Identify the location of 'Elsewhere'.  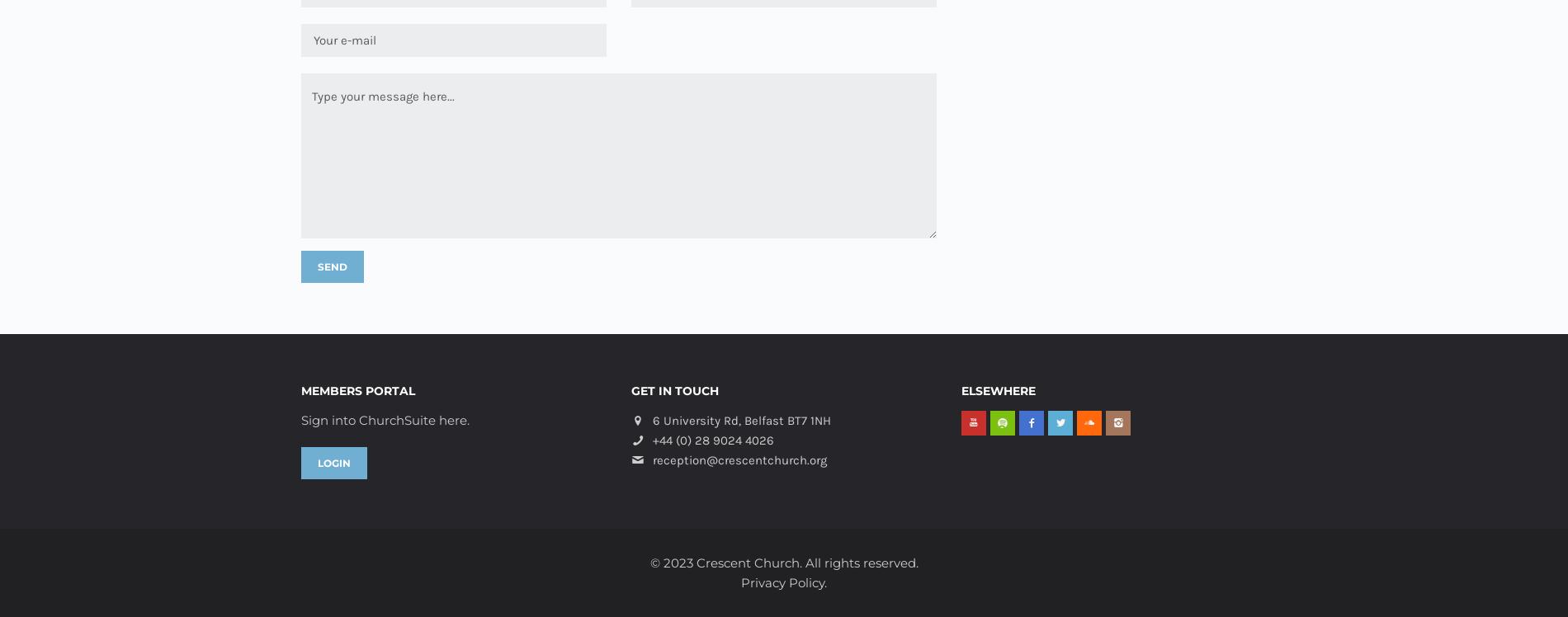
(997, 391).